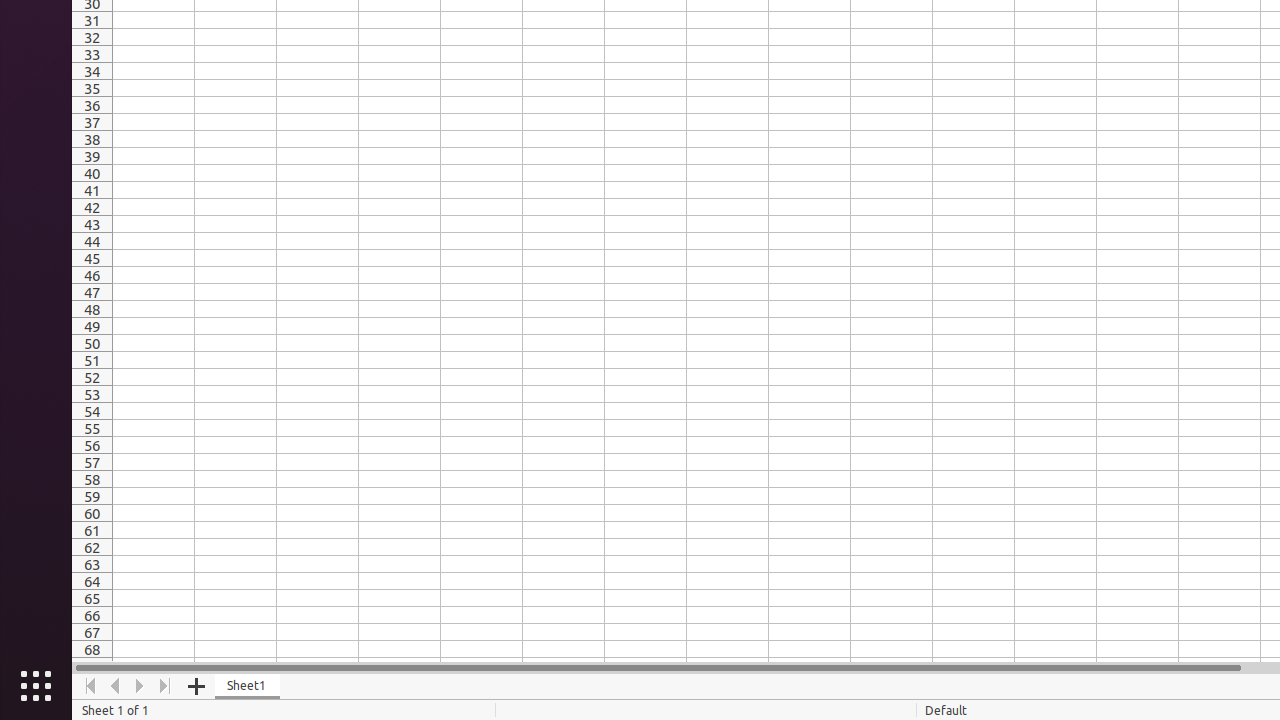 Image resolution: width=1280 pixels, height=720 pixels. Describe the element at coordinates (114, 685) in the screenshot. I see `'Move Left'` at that location.